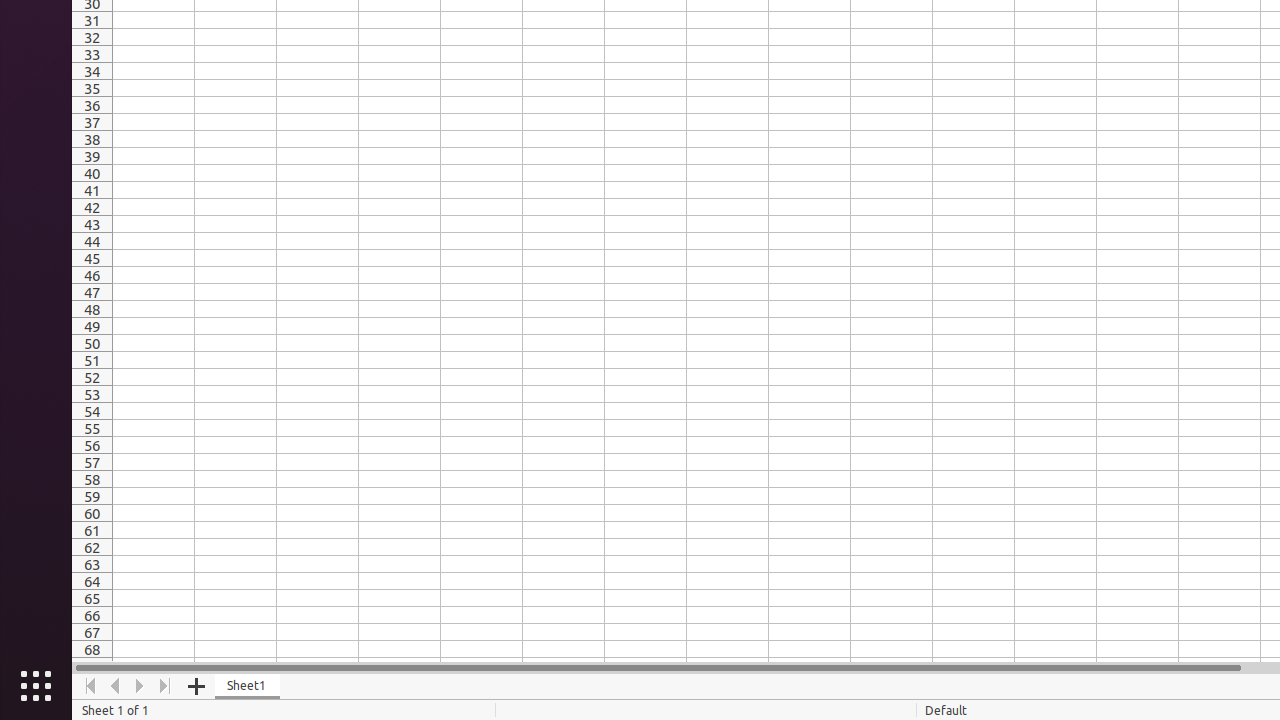 Image resolution: width=1280 pixels, height=720 pixels. Describe the element at coordinates (114, 685) in the screenshot. I see `'Move Left'` at that location.